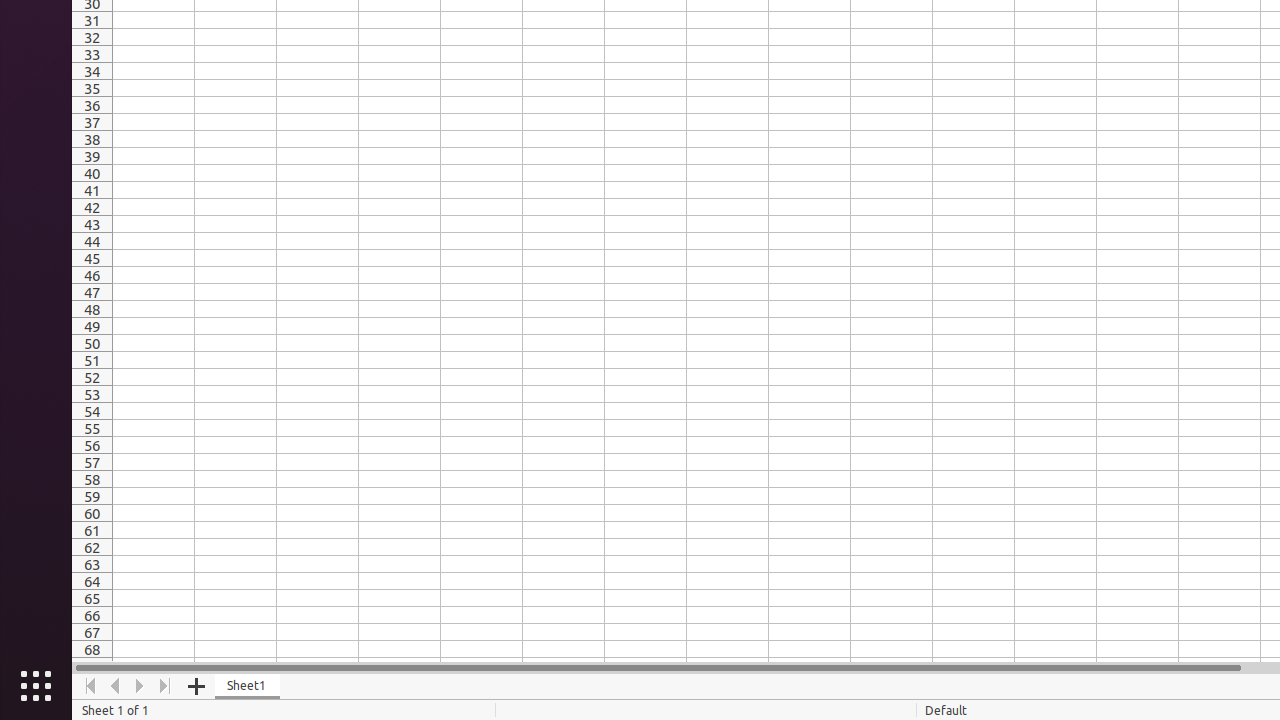 Image resolution: width=1280 pixels, height=720 pixels. Describe the element at coordinates (114, 685) in the screenshot. I see `'Move Left'` at that location.